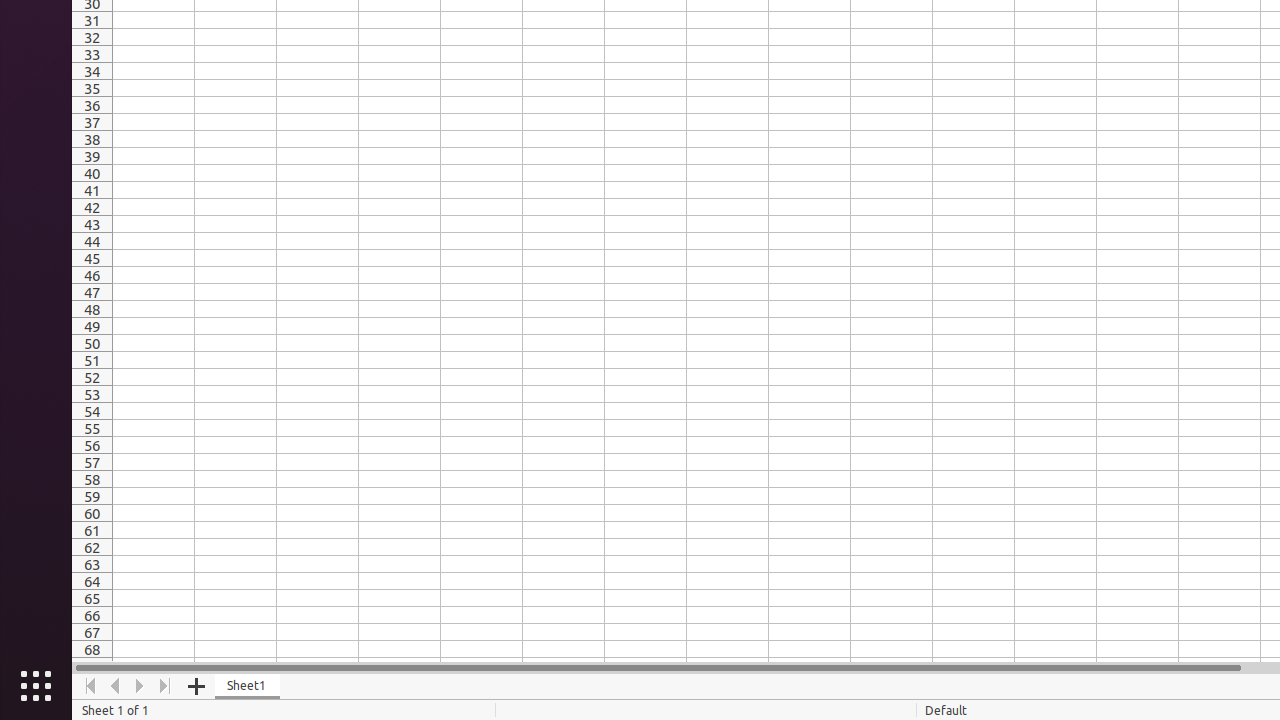 Image resolution: width=1280 pixels, height=720 pixels. Describe the element at coordinates (114, 685) in the screenshot. I see `'Move Left'` at that location.